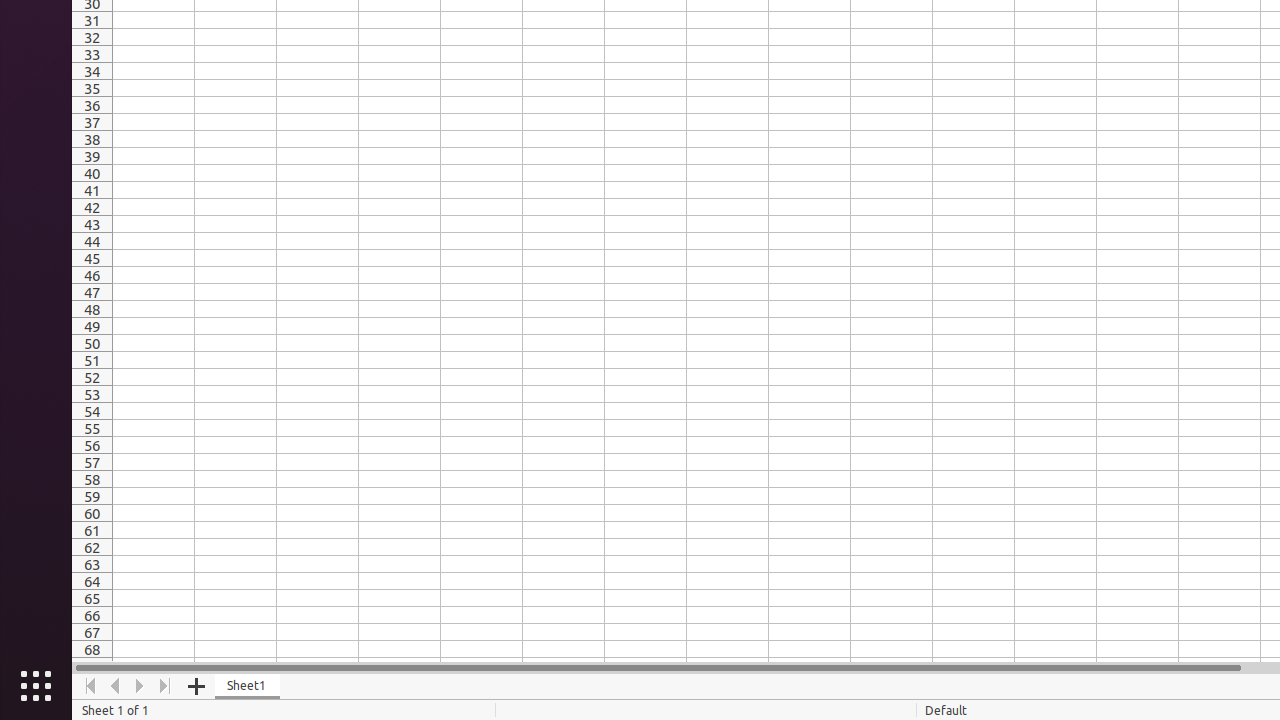 Image resolution: width=1280 pixels, height=720 pixels. Describe the element at coordinates (114, 685) in the screenshot. I see `'Move Left'` at that location.